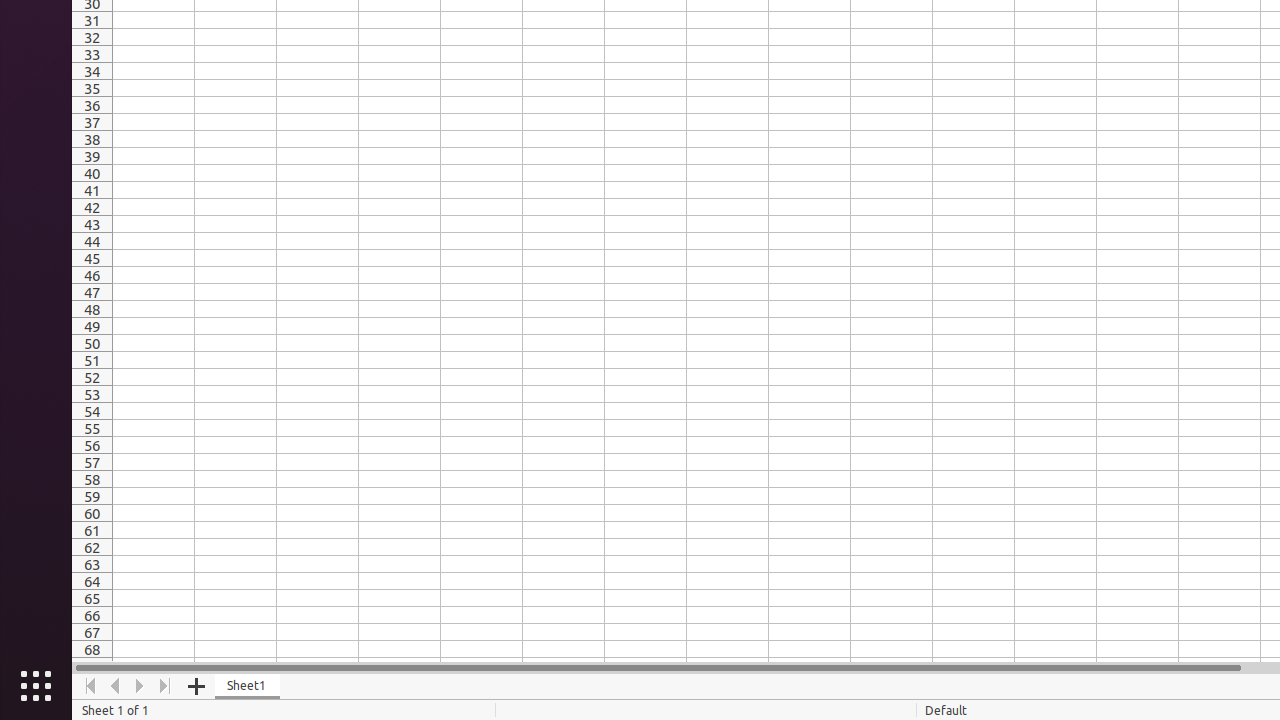 Image resolution: width=1280 pixels, height=720 pixels. Describe the element at coordinates (114, 685) in the screenshot. I see `'Move Left'` at that location.